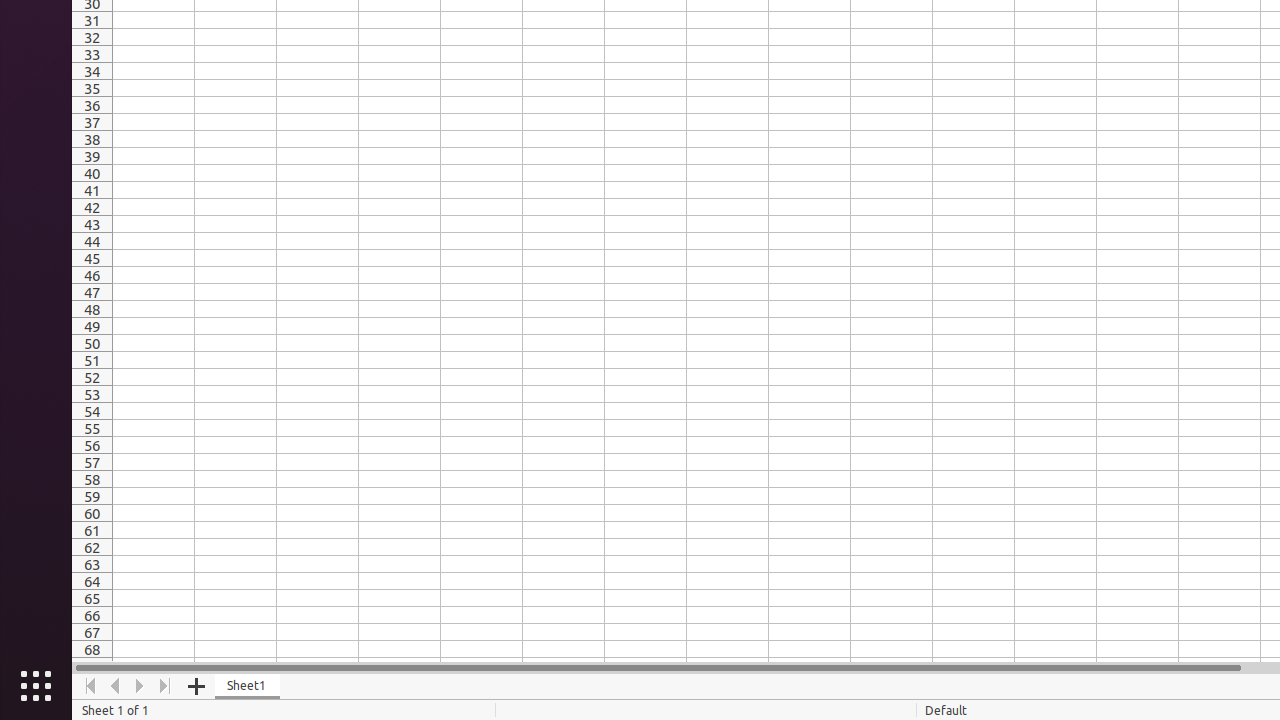 Image resolution: width=1280 pixels, height=720 pixels. Describe the element at coordinates (114, 685) in the screenshot. I see `'Move Left'` at that location.